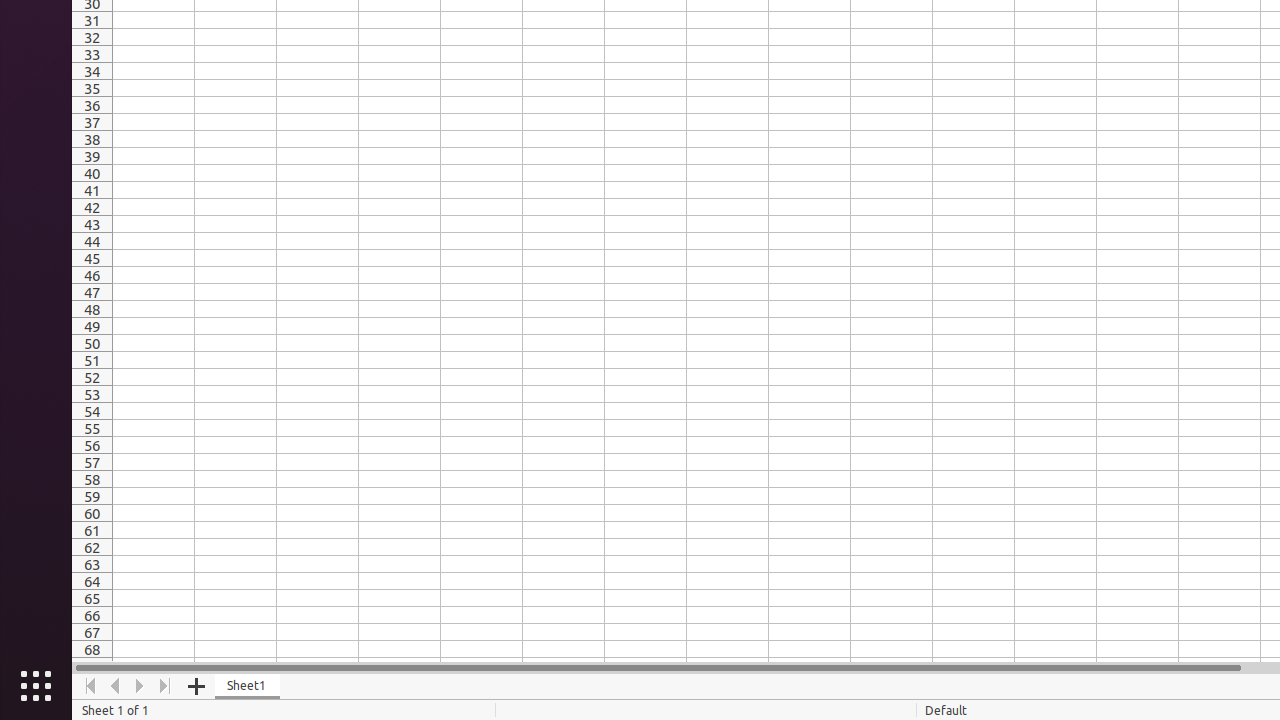 Image resolution: width=1280 pixels, height=720 pixels. Describe the element at coordinates (114, 685) in the screenshot. I see `'Move Left'` at that location.